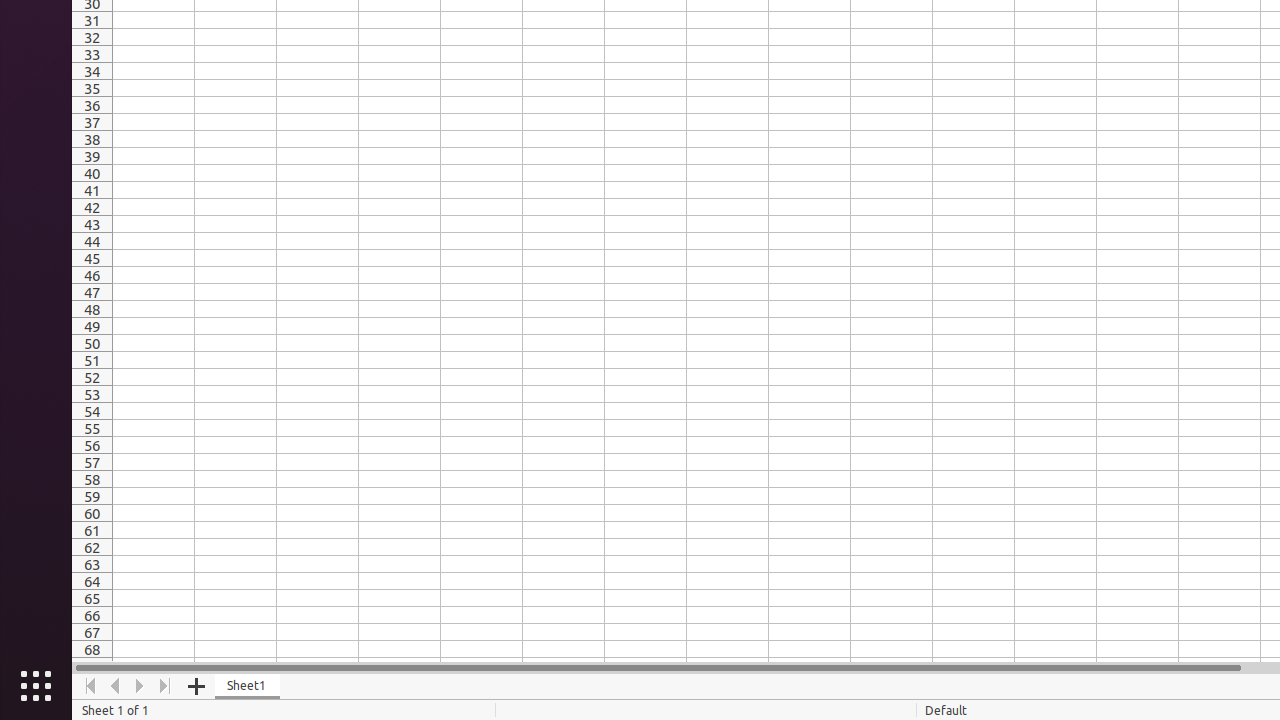 Image resolution: width=1280 pixels, height=720 pixels. Describe the element at coordinates (114, 685) in the screenshot. I see `'Move Left'` at that location.